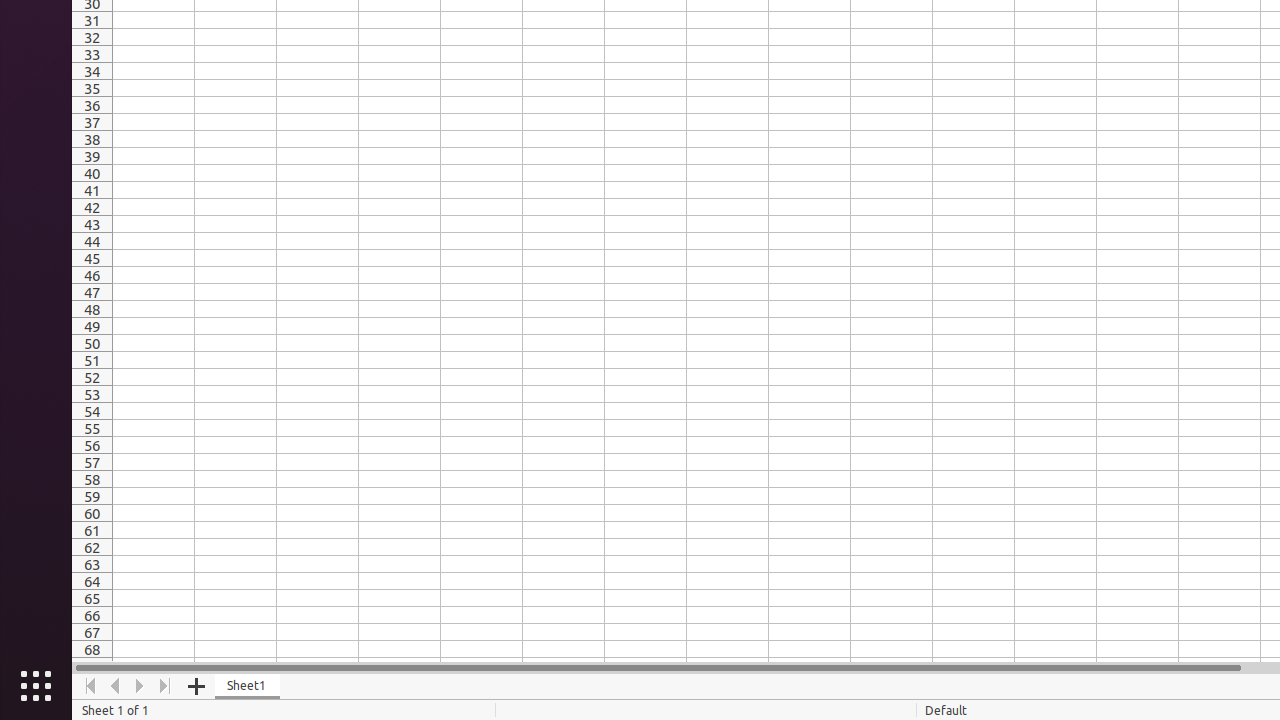 Image resolution: width=1280 pixels, height=720 pixels. Describe the element at coordinates (114, 685) in the screenshot. I see `'Move Left'` at that location.